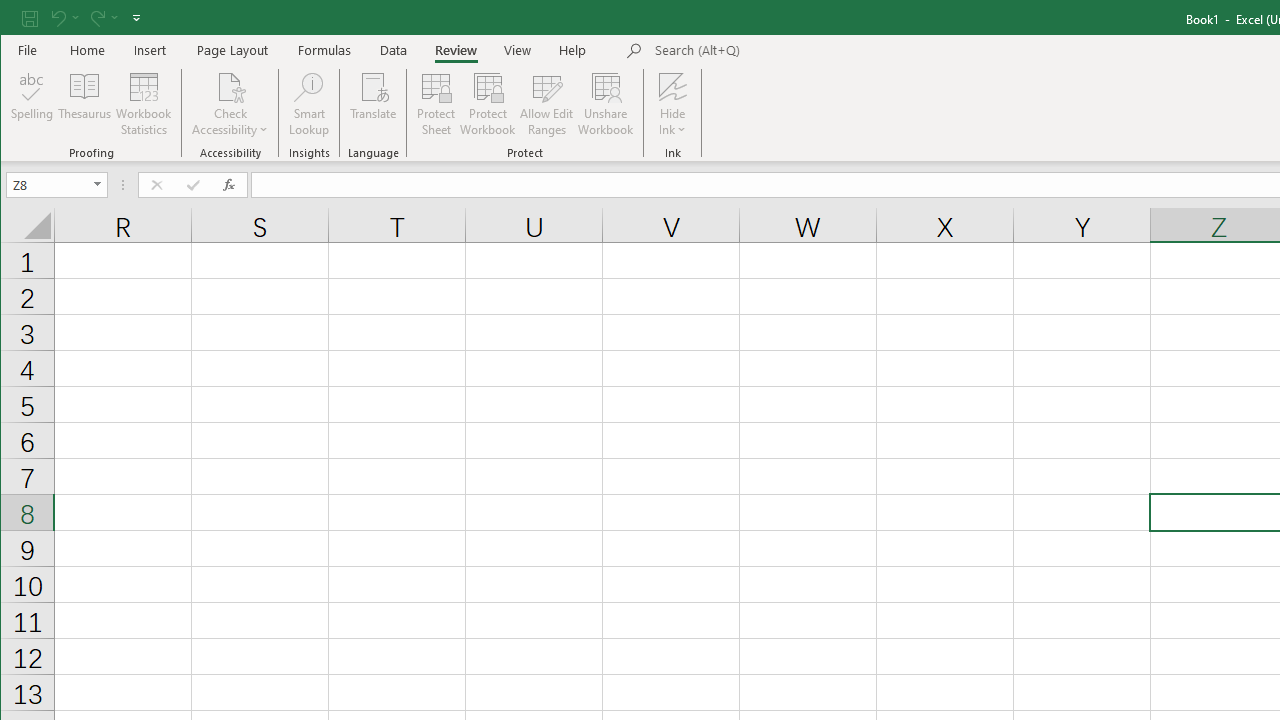 The width and height of the screenshot is (1280, 720). Describe the element at coordinates (84, 104) in the screenshot. I see `'Thesaurus...'` at that location.